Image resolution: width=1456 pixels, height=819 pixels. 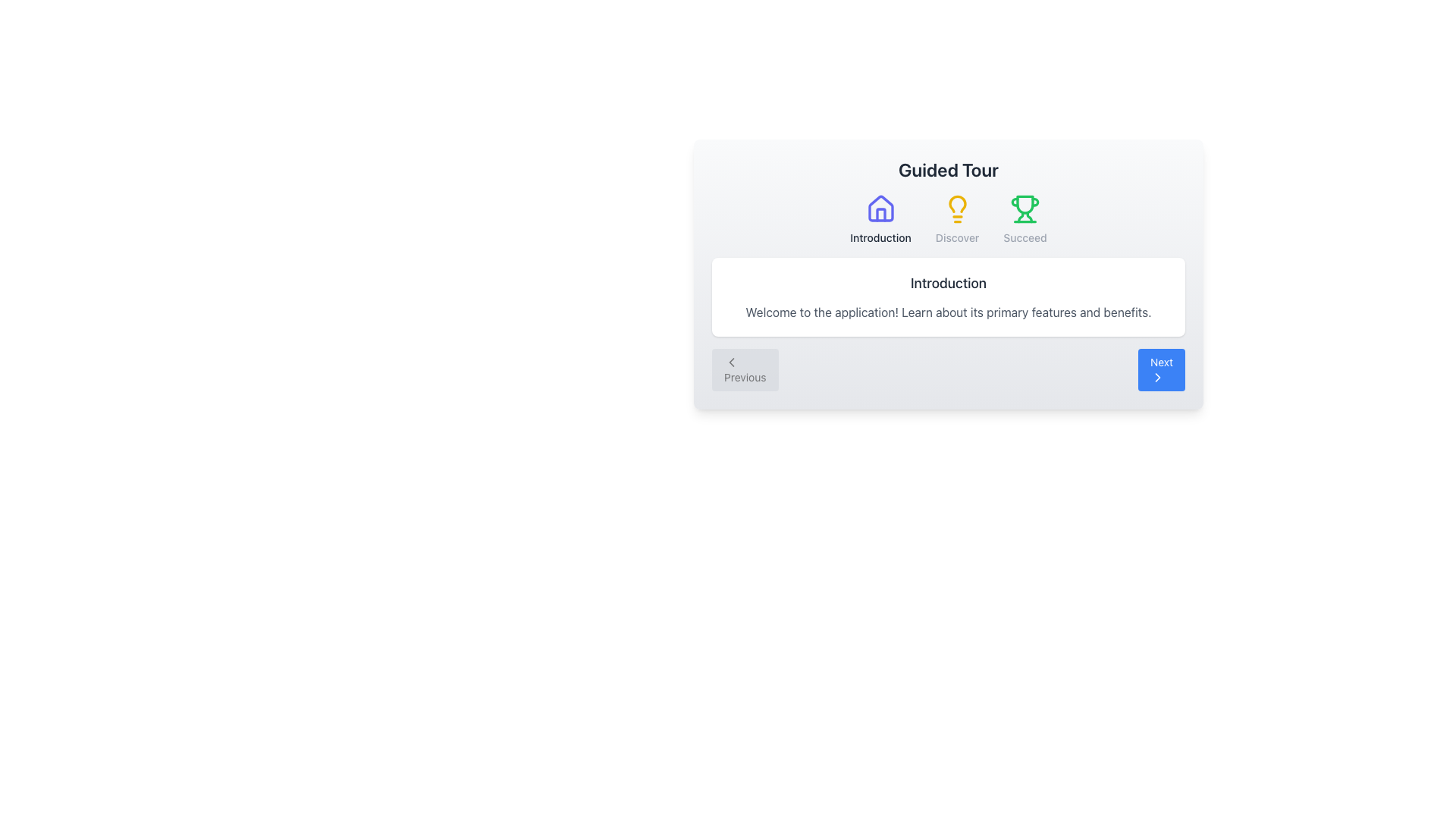 What do you see at coordinates (880, 237) in the screenshot?
I see `the 'Introduction' text label, which is styled with a medium-sized font and located below a house-shaped icon in the guided tour interface` at bounding box center [880, 237].